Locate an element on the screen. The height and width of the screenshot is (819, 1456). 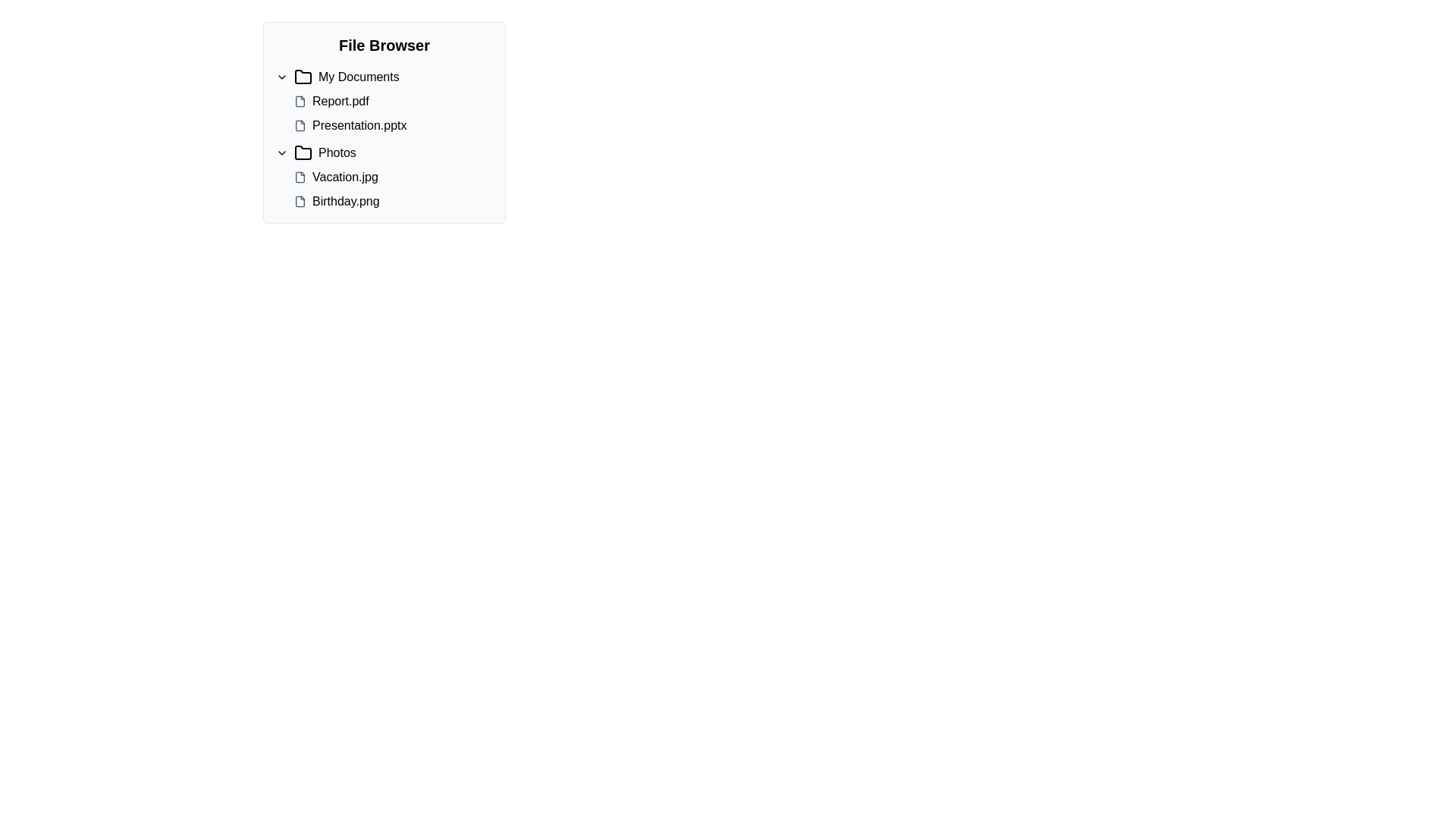
the file icon representing 'Birthday.png' located in the 'Photos' section of the 'File Browser' by clicking on it is located at coordinates (300, 201).